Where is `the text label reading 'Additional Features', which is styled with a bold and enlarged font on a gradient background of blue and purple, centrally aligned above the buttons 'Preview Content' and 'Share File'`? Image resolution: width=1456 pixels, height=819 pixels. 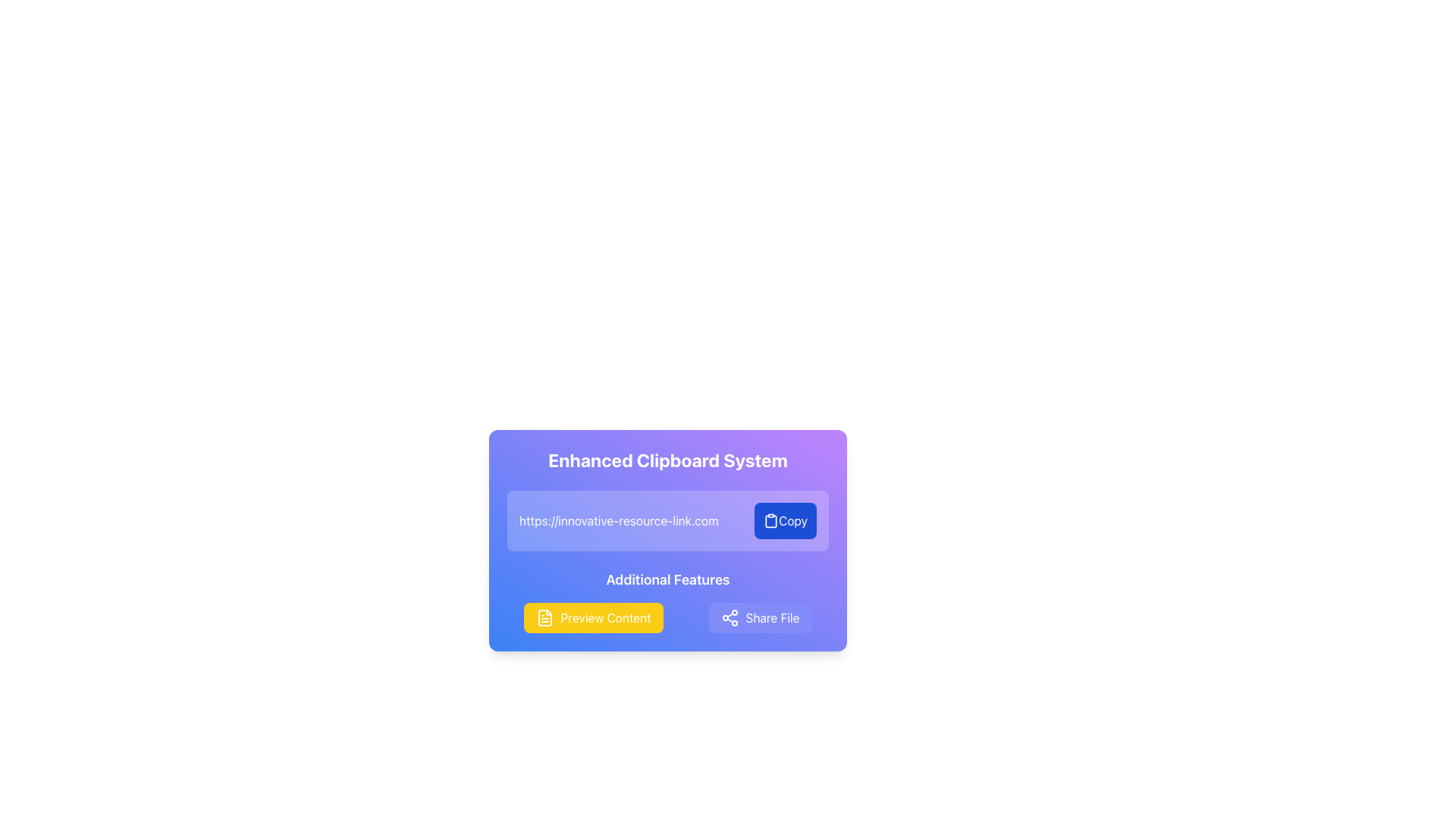 the text label reading 'Additional Features', which is styled with a bold and enlarged font on a gradient background of blue and purple, centrally aligned above the buttons 'Preview Content' and 'Share File' is located at coordinates (667, 579).